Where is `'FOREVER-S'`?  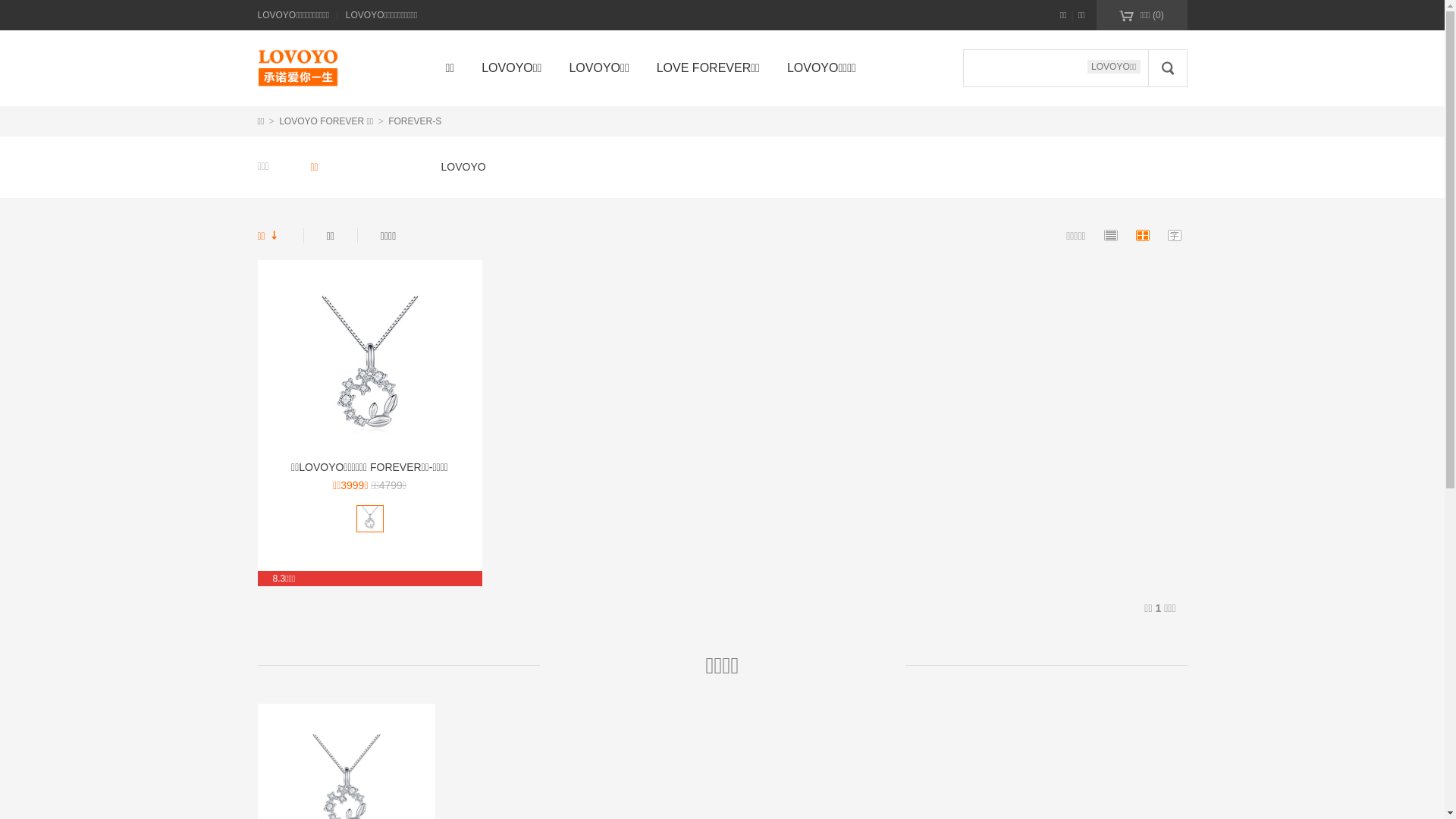 'FOREVER-S' is located at coordinates (415, 120).